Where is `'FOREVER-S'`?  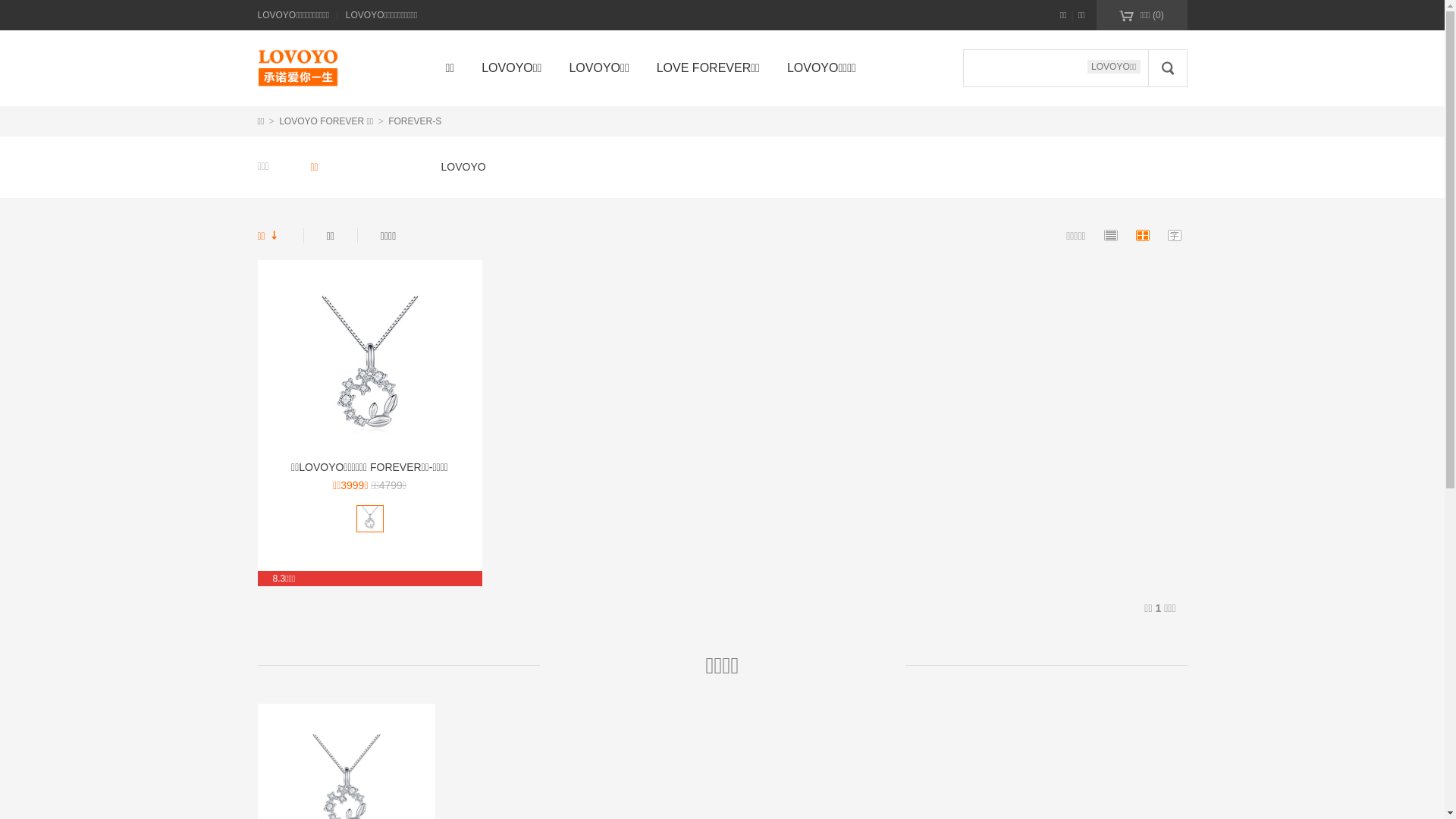 'FOREVER-S' is located at coordinates (415, 120).